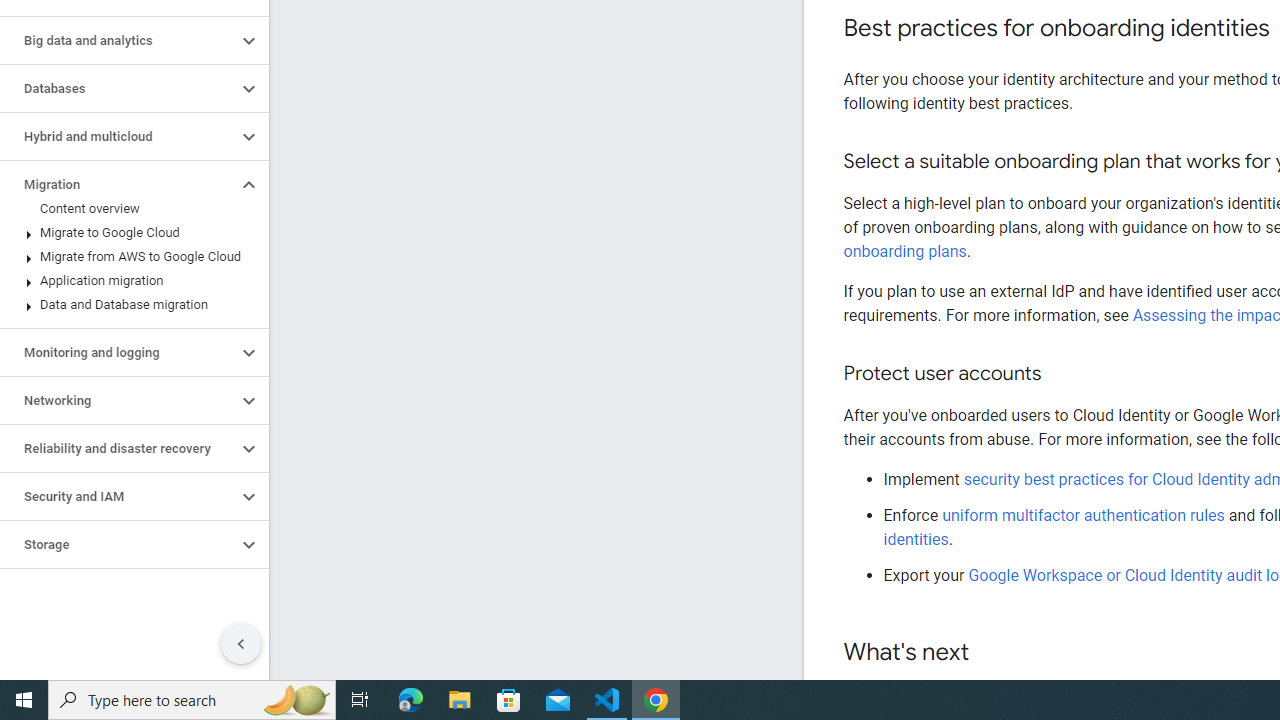 This screenshot has height=720, width=1280. What do you see at coordinates (117, 496) in the screenshot?
I see `'Security and IAM'` at bounding box center [117, 496].